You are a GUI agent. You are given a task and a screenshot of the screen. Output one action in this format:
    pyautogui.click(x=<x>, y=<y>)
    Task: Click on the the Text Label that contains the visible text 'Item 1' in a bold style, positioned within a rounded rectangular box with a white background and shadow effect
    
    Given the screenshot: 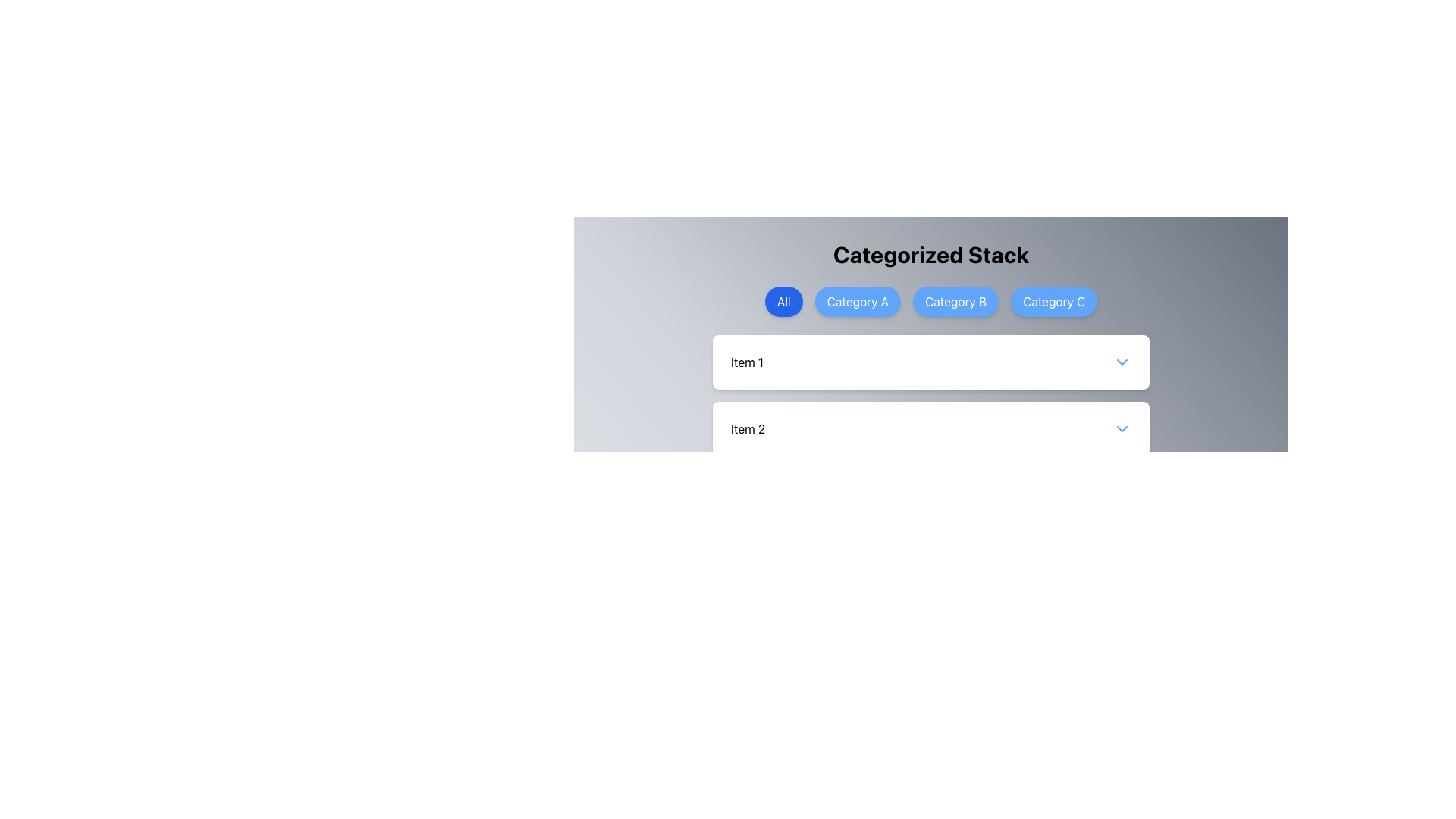 What is the action you would take?
    pyautogui.click(x=747, y=362)
    